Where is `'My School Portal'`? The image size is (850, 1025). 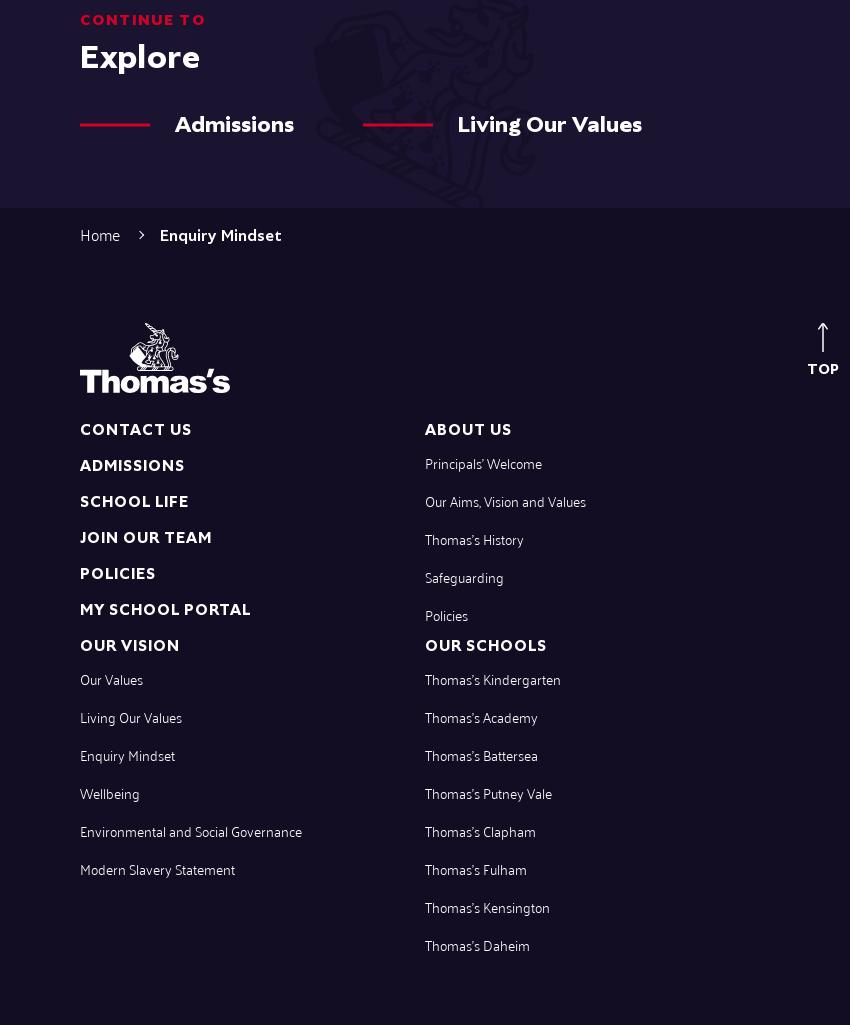
'My School Portal' is located at coordinates (165, 608).